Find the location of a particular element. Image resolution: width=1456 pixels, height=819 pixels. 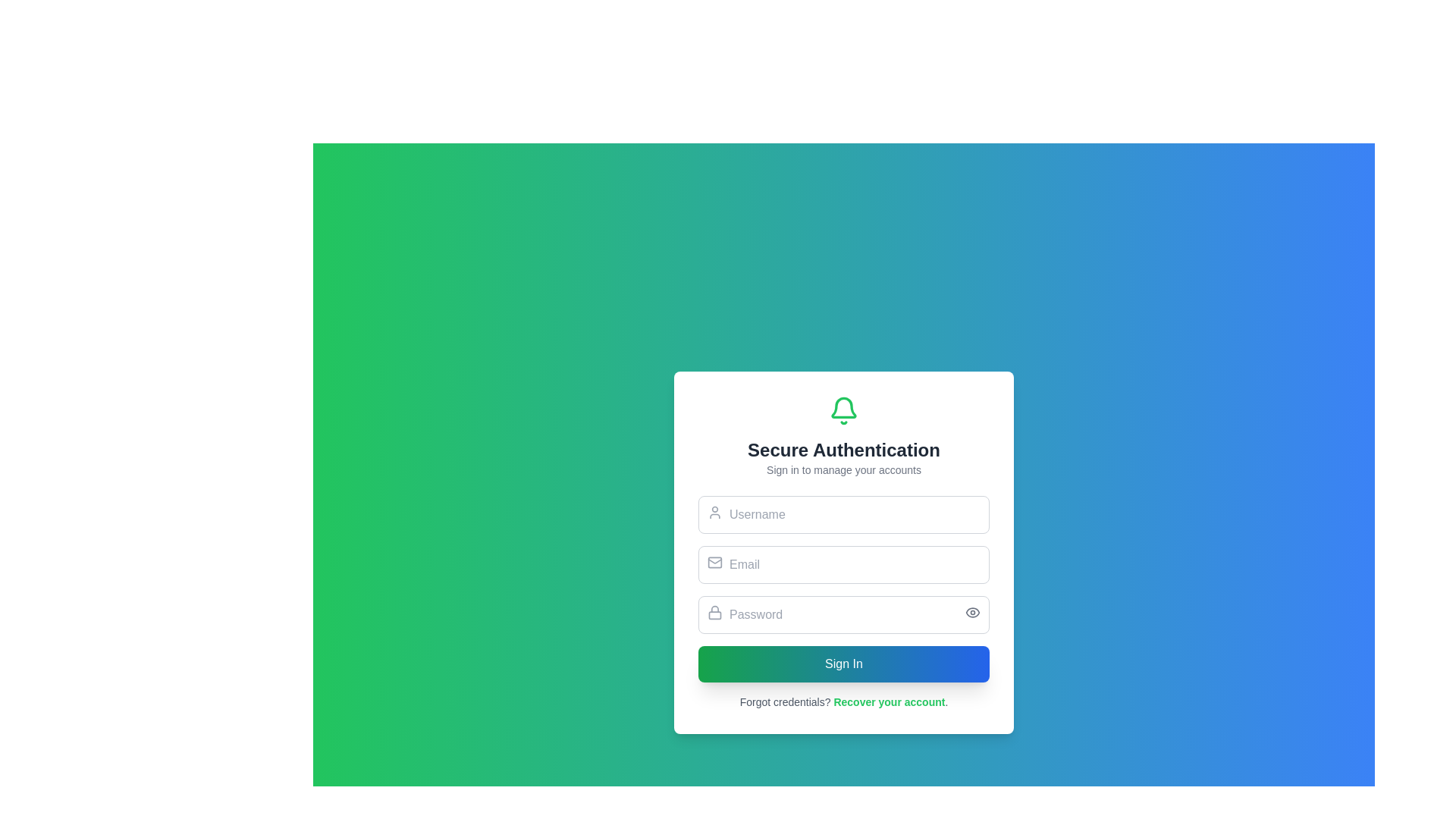

the recovery link located at the bottom of the centered form interface, which is directly below the 'Sign In' button is located at coordinates (843, 701).